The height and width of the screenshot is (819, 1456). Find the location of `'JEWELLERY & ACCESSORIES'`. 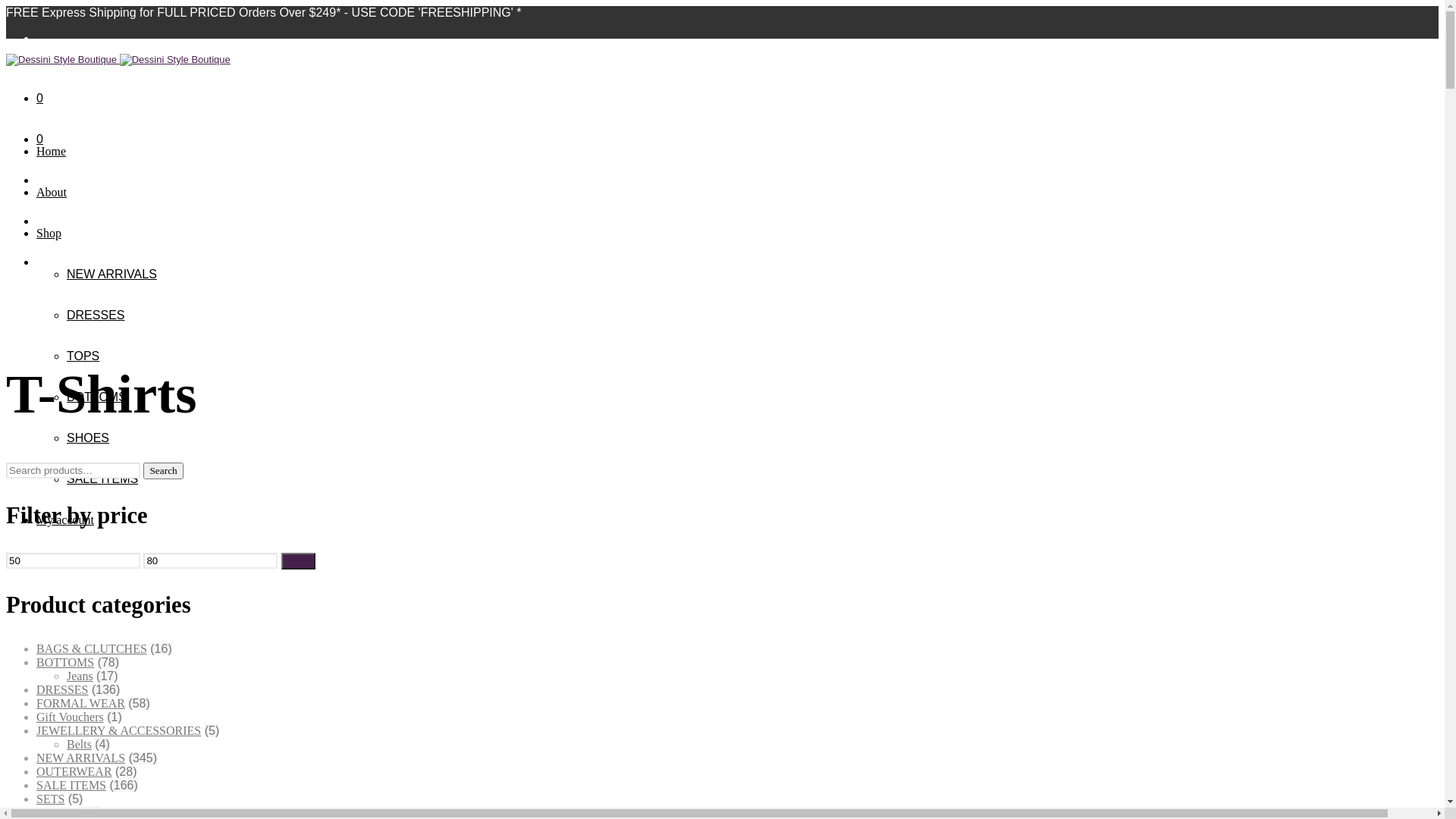

'JEWELLERY & ACCESSORIES' is located at coordinates (118, 730).